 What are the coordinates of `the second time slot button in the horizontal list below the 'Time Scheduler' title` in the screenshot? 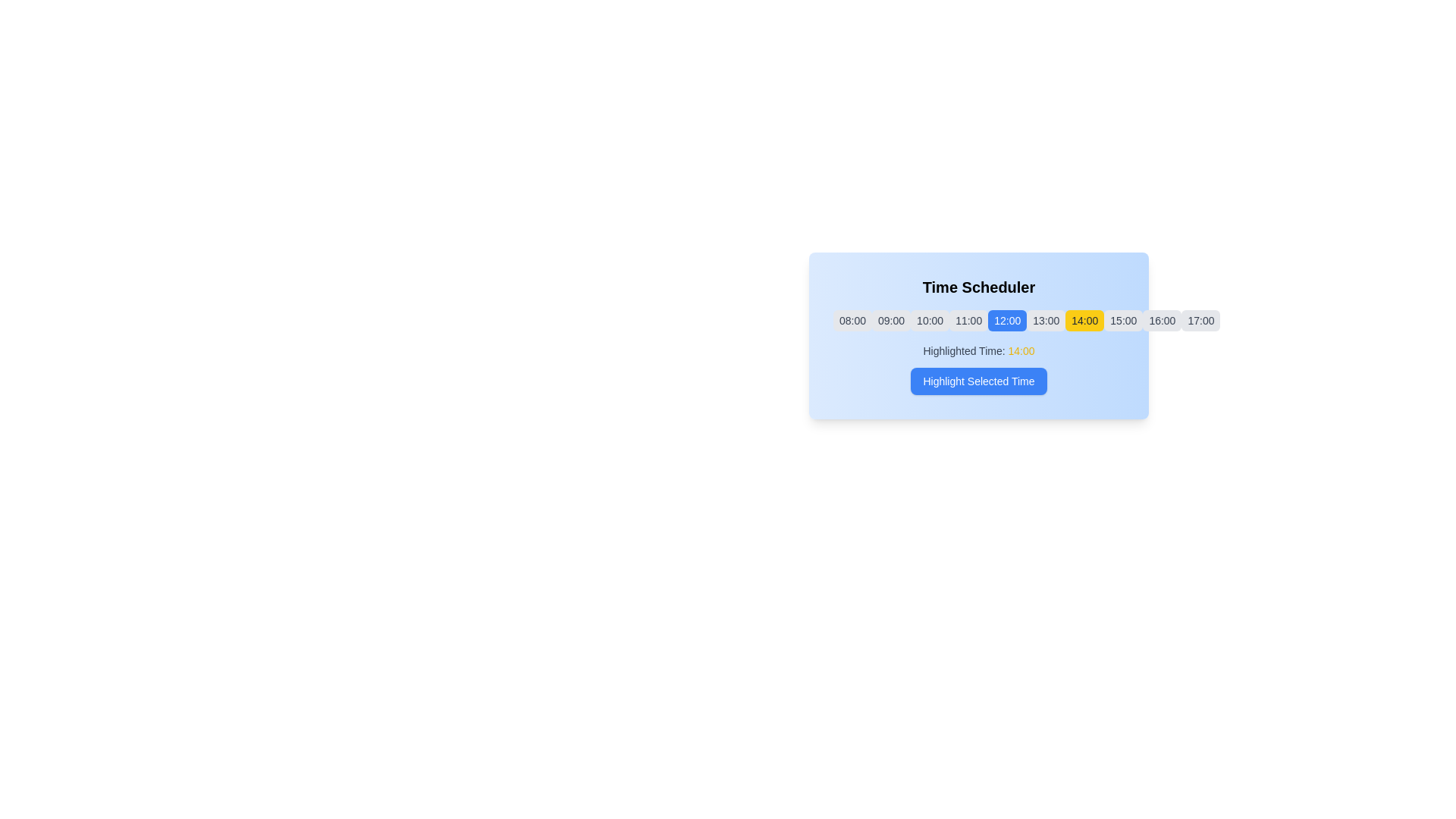 It's located at (891, 320).